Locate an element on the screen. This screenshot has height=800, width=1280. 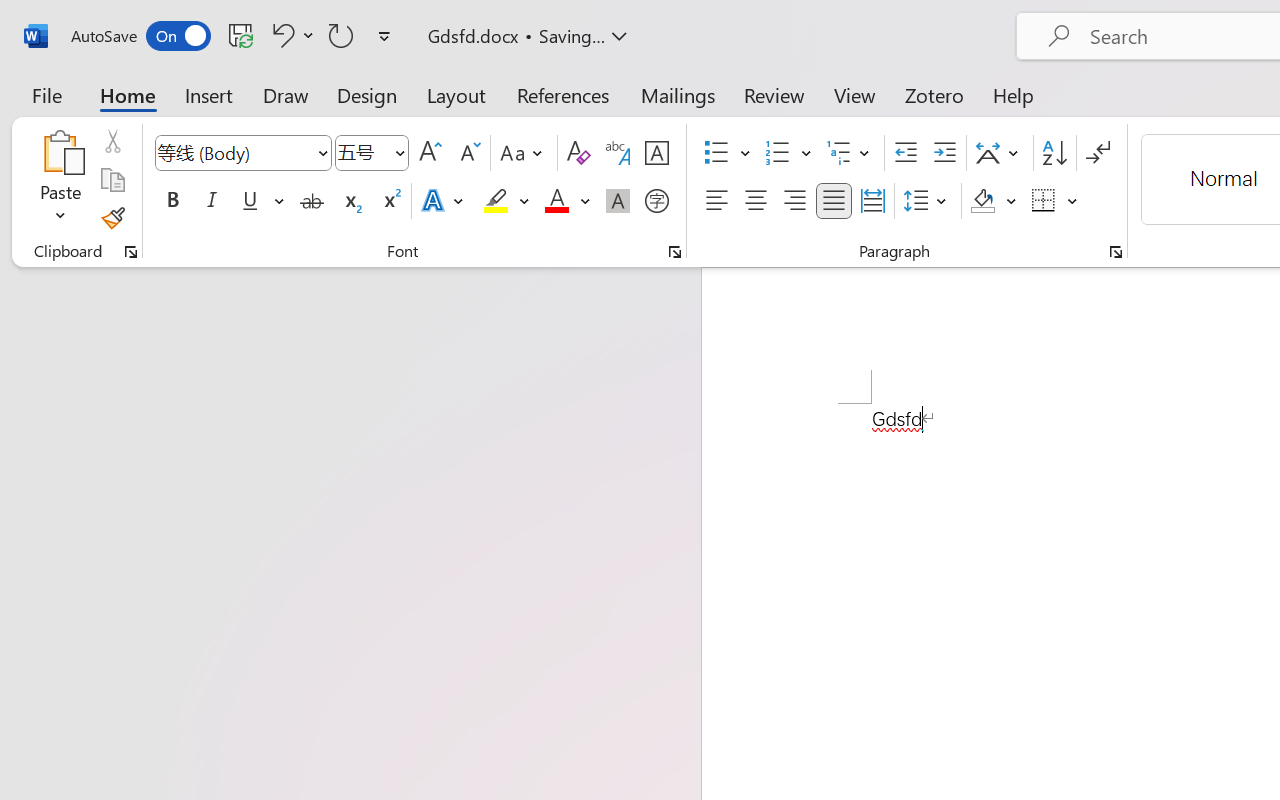
'Italic' is located at coordinates (212, 201).